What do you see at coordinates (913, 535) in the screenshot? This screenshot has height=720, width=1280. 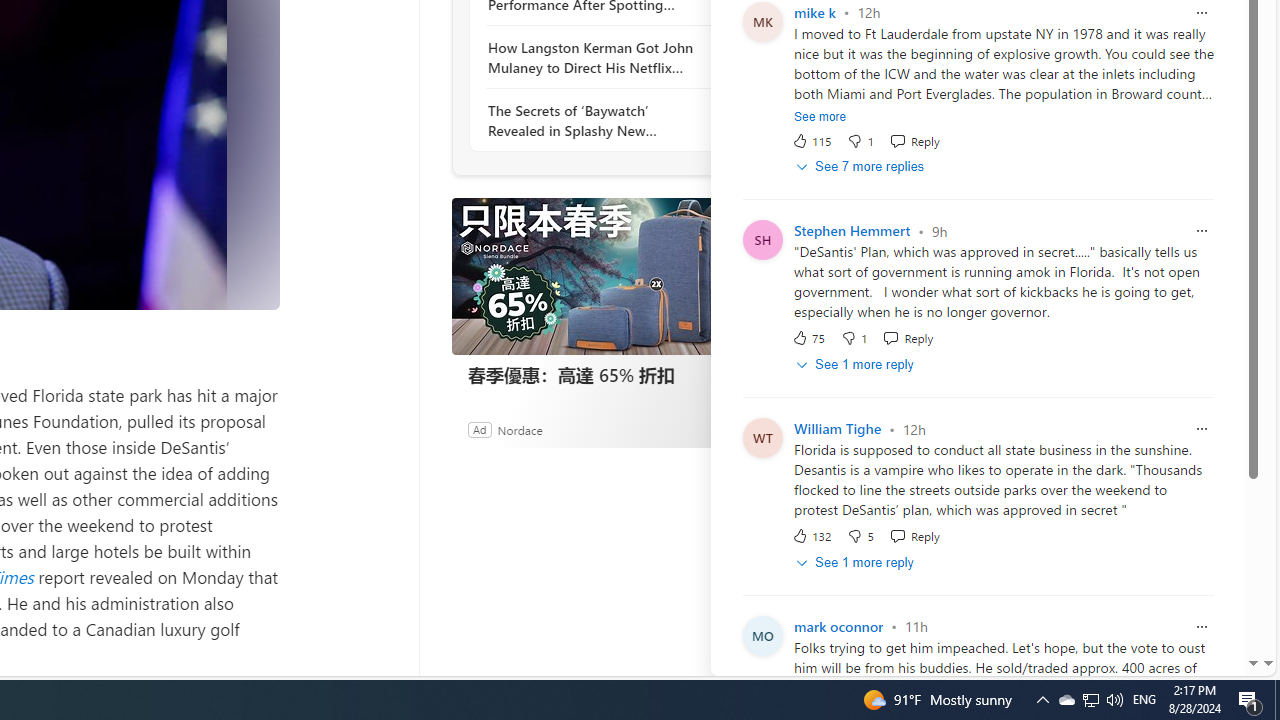 I see `'Reply Reply Comment'` at bounding box center [913, 535].